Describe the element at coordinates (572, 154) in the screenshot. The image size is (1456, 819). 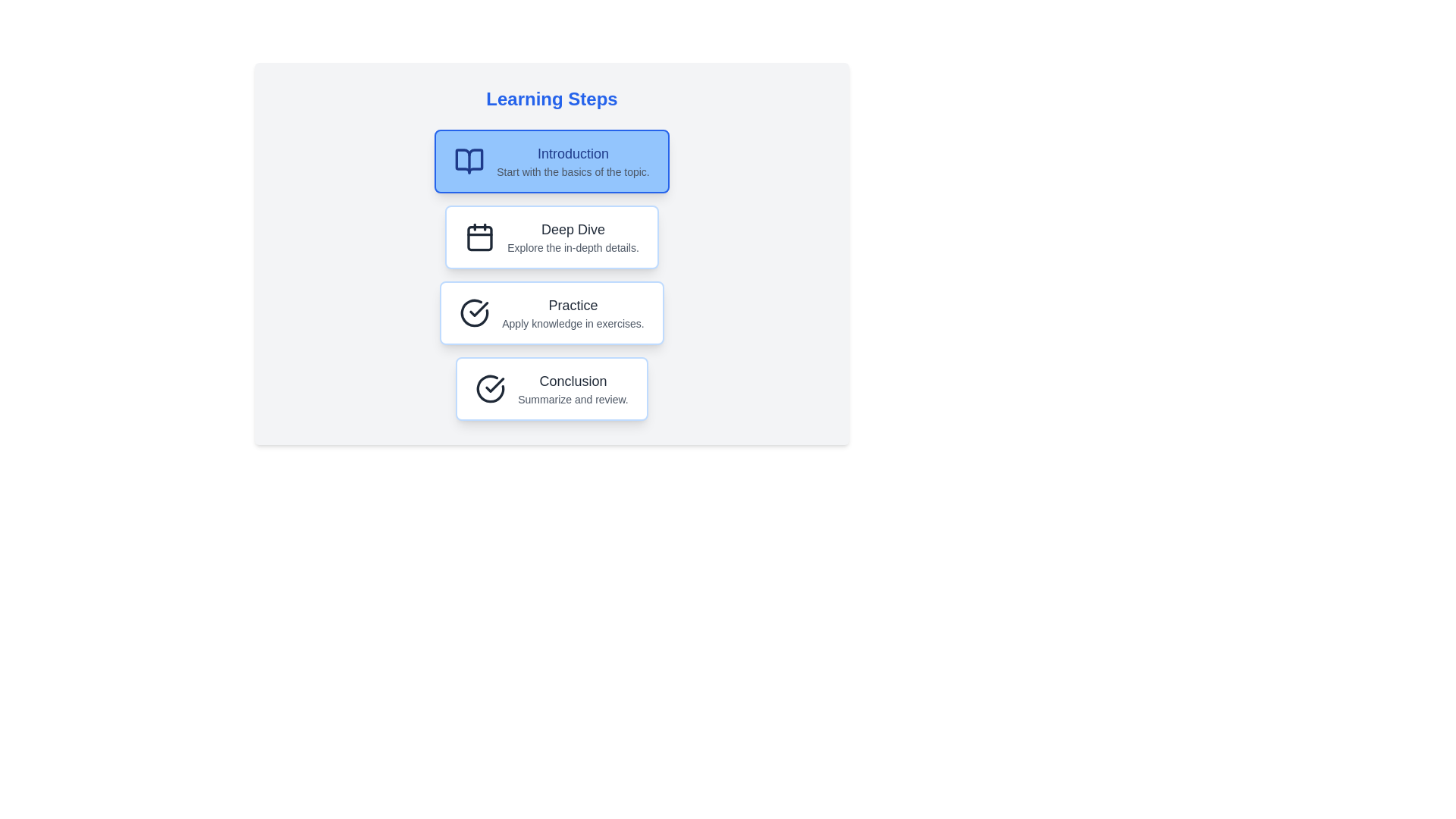
I see `the 'Introduction' text label, which is styled in bold, blue text and is located at the top of the action cards under 'Learning Steps'` at that location.